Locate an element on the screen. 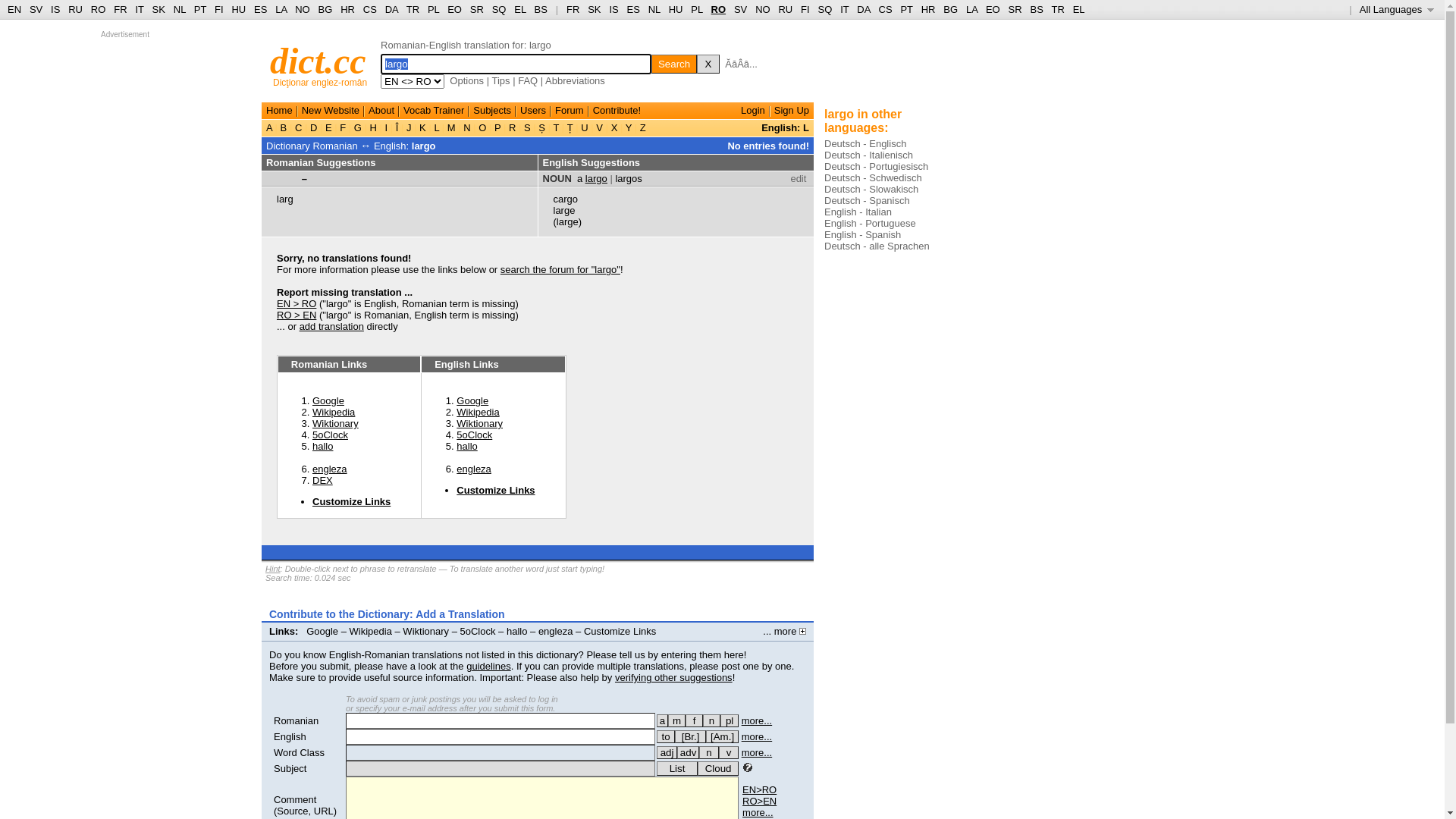 This screenshot has height=819, width=1456. 'for verbs' is located at coordinates (666, 736).